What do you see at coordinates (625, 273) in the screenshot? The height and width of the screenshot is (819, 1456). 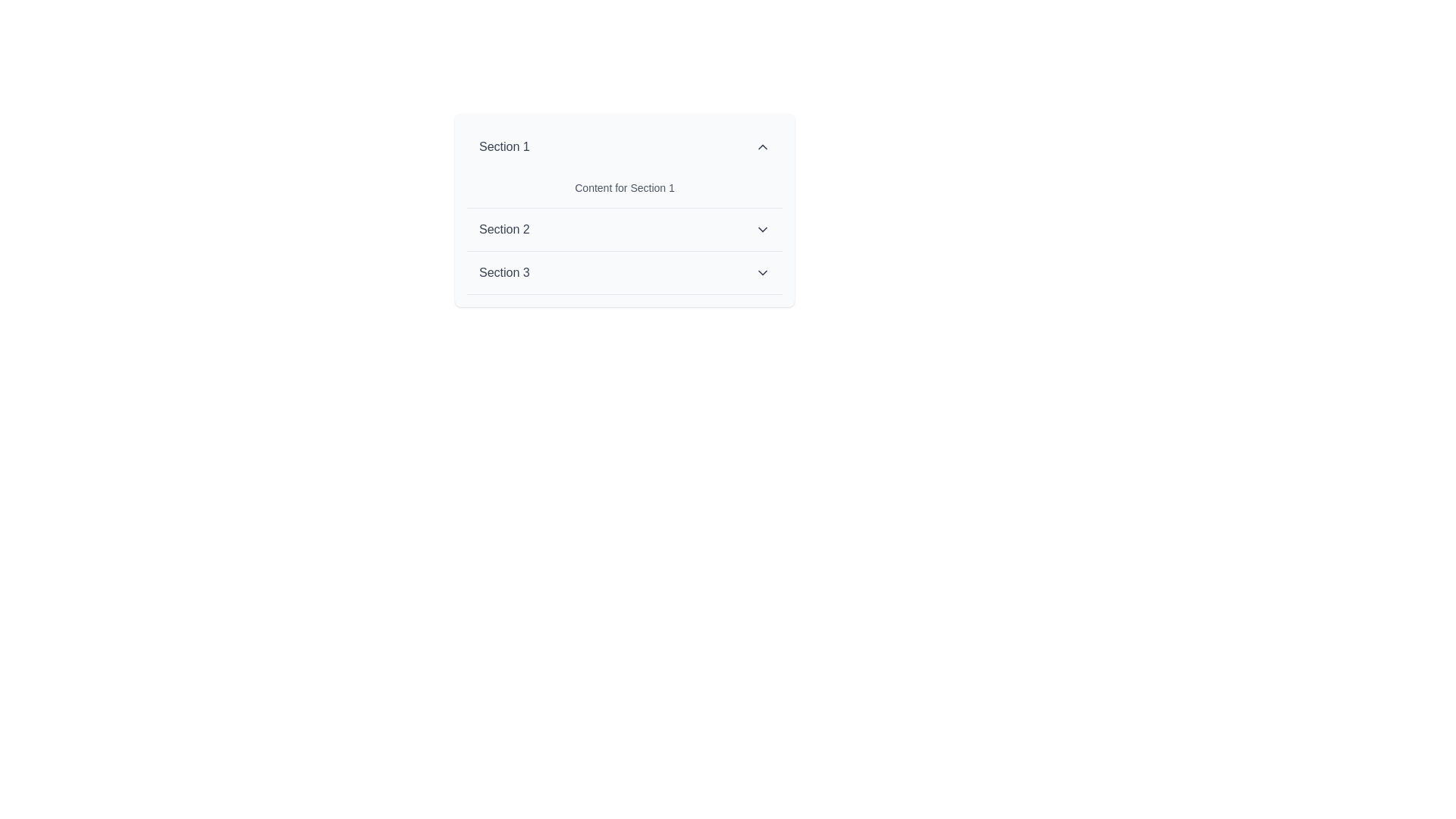 I see `the third button in the dropdown menu` at bounding box center [625, 273].